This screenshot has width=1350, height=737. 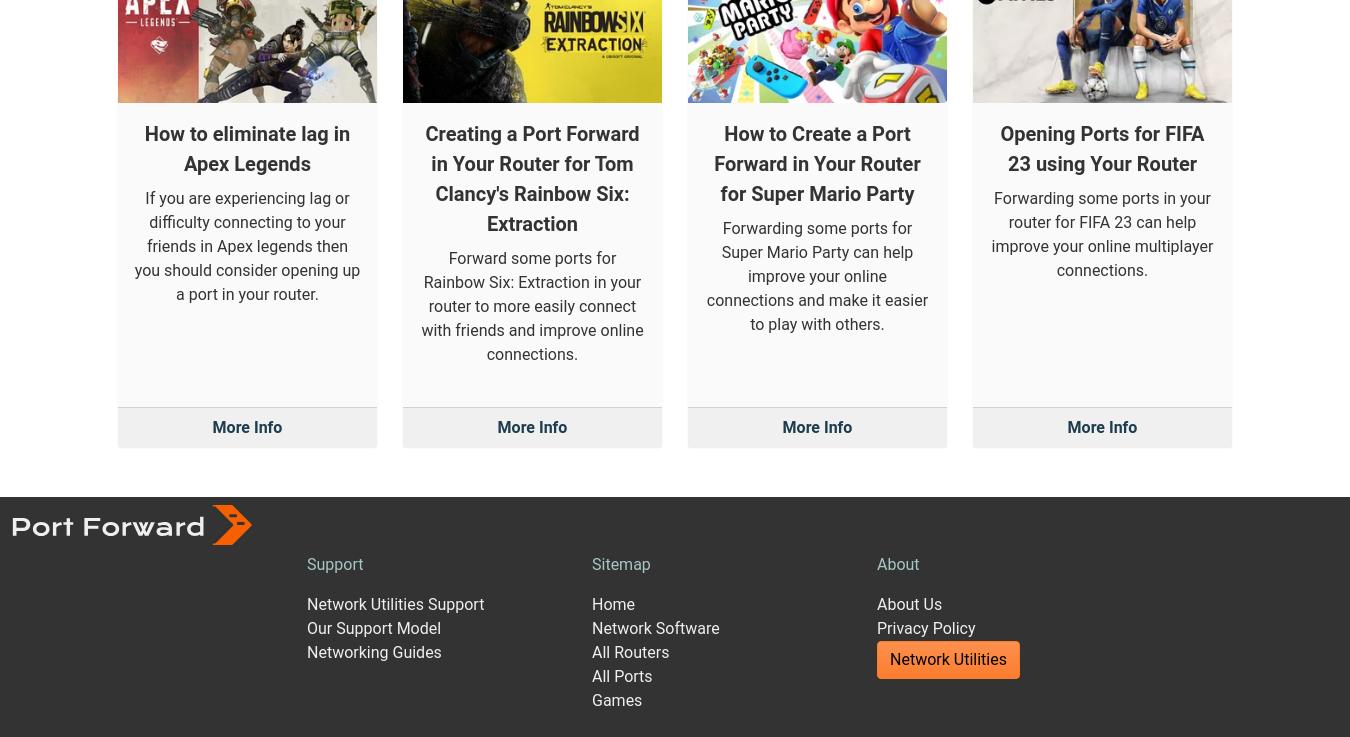 I want to click on 'Home', so click(x=613, y=410).